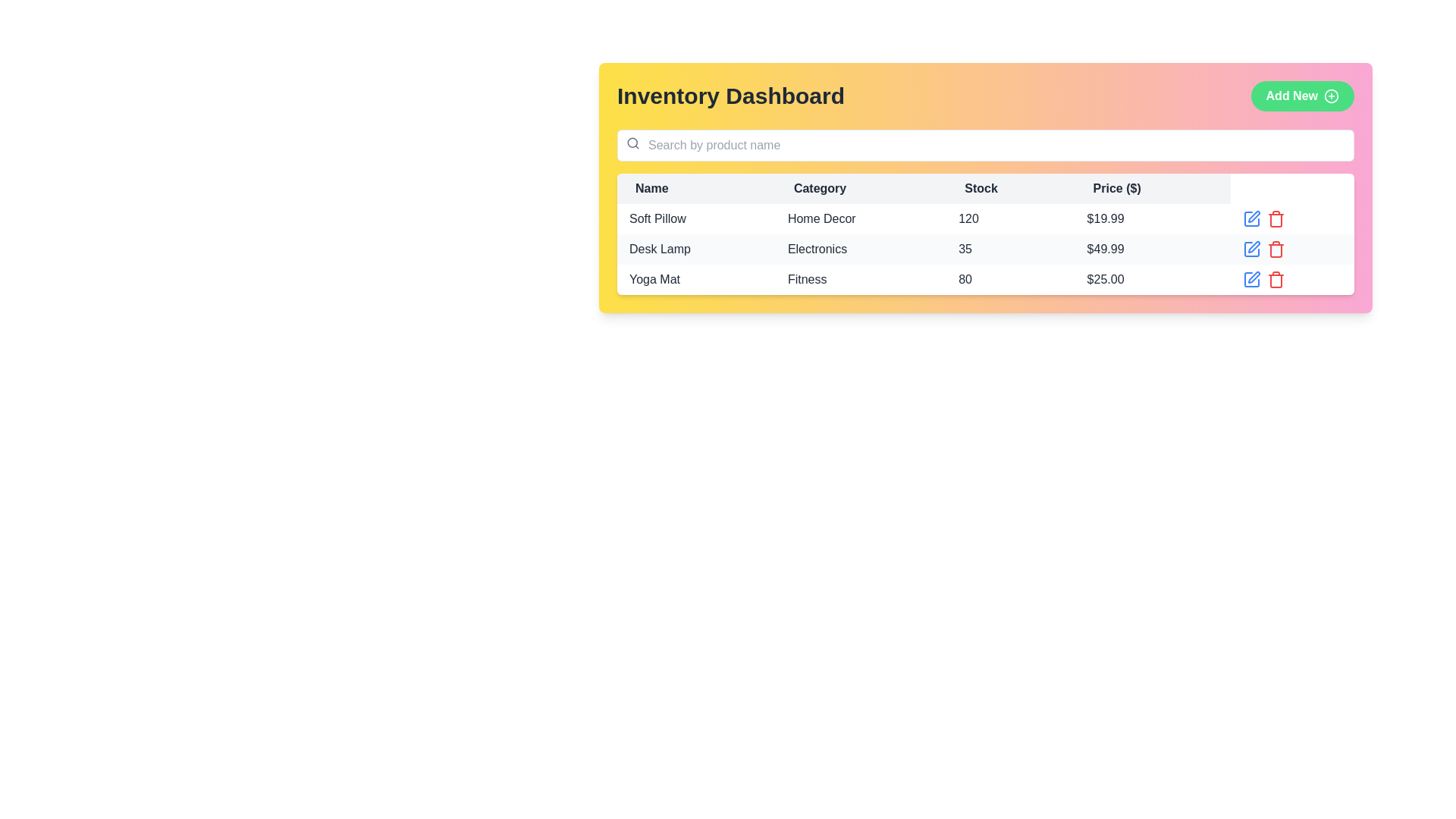  What do you see at coordinates (986, 248) in the screenshot?
I see `the second row of the inventory table, which provides information about the product, positioned between the first row (Soft Pillow) and the third row (Yoga Mat)` at bounding box center [986, 248].